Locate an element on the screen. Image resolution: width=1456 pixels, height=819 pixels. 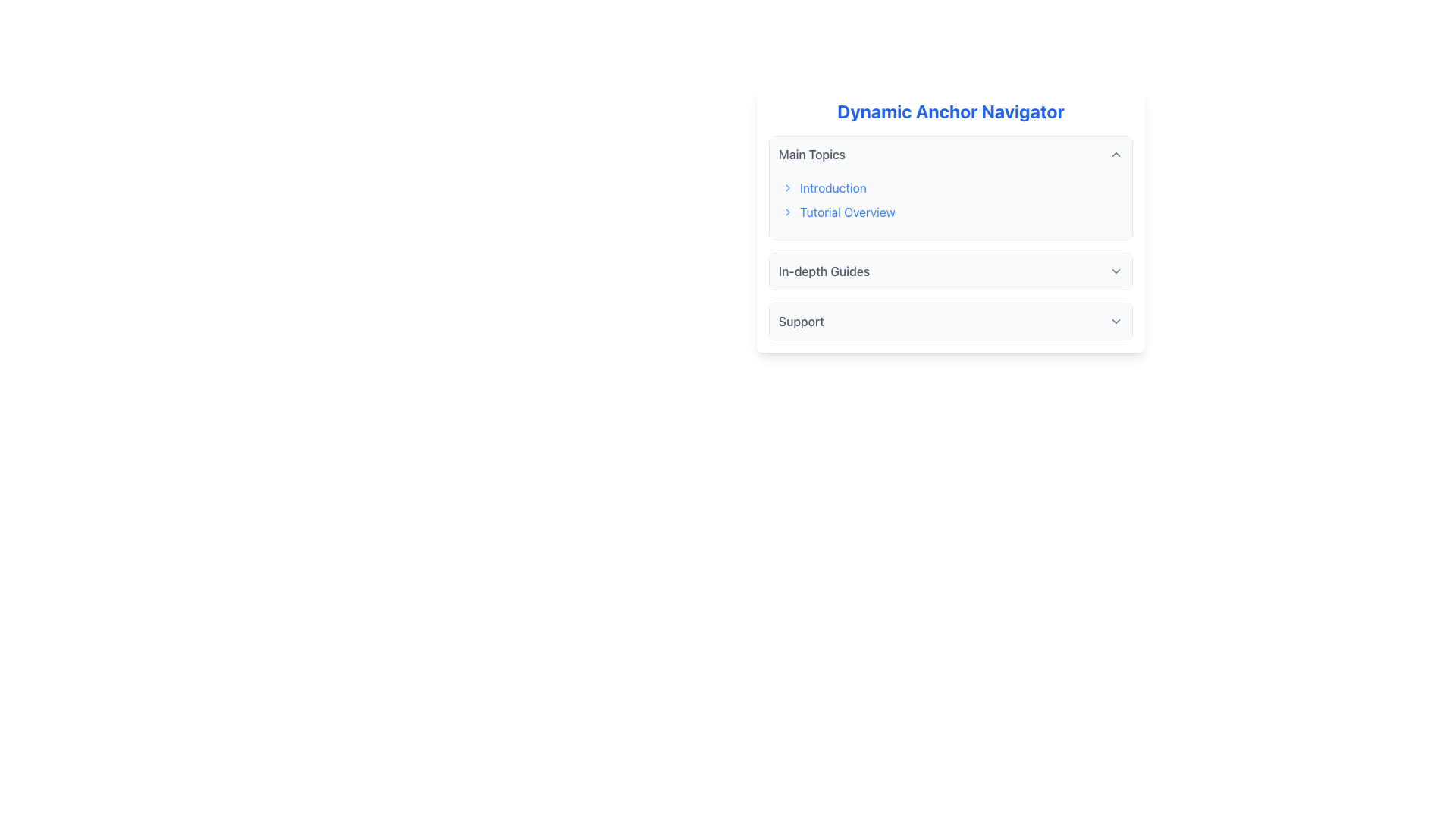
the 'Main Topics' collapsible section is located at coordinates (949, 237).